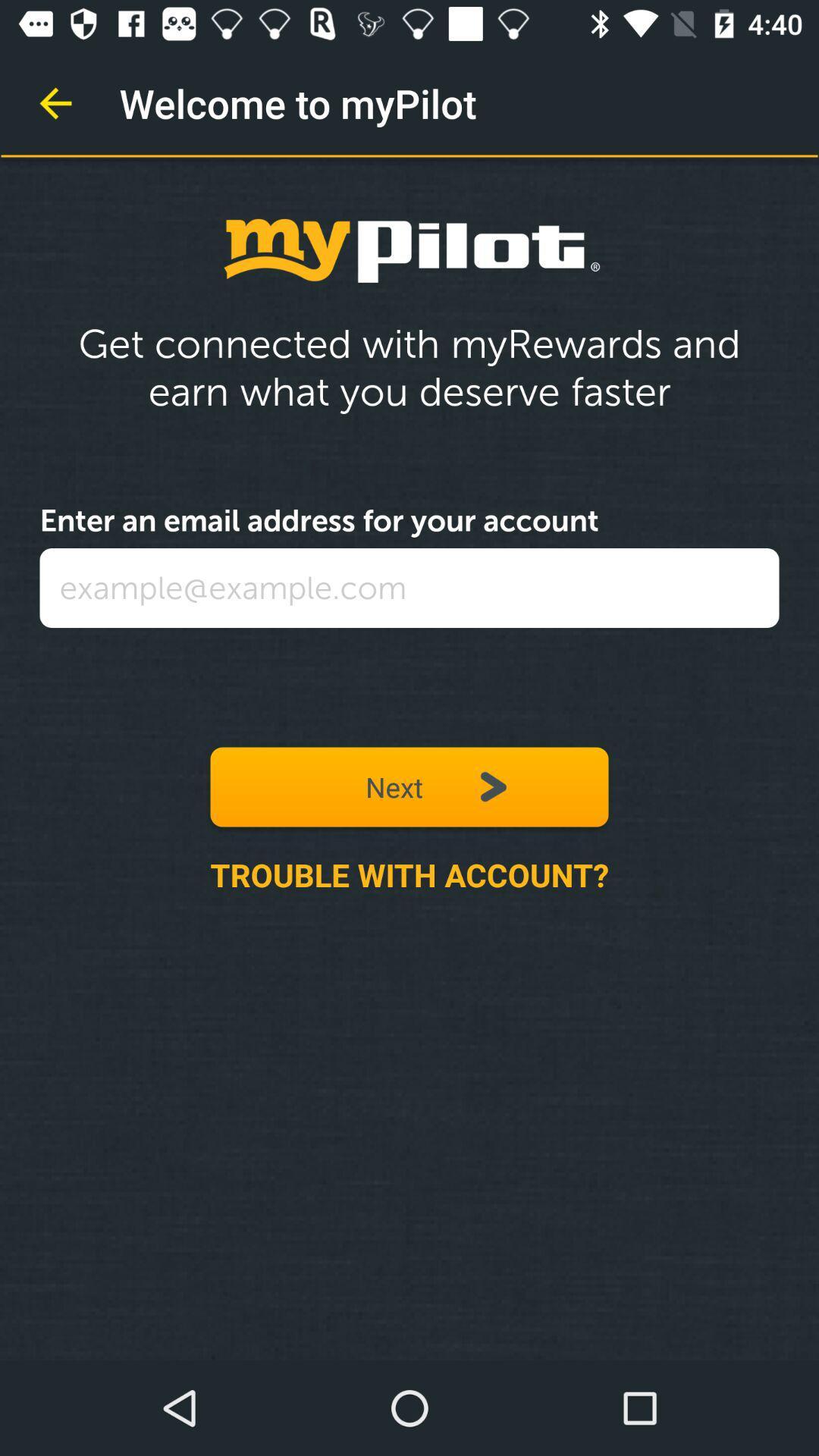 This screenshot has height=1456, width=819. What do you see at coordinates (409, 874) in the screenshot?
I see `icon below next item` at bounding box center [409, 874].